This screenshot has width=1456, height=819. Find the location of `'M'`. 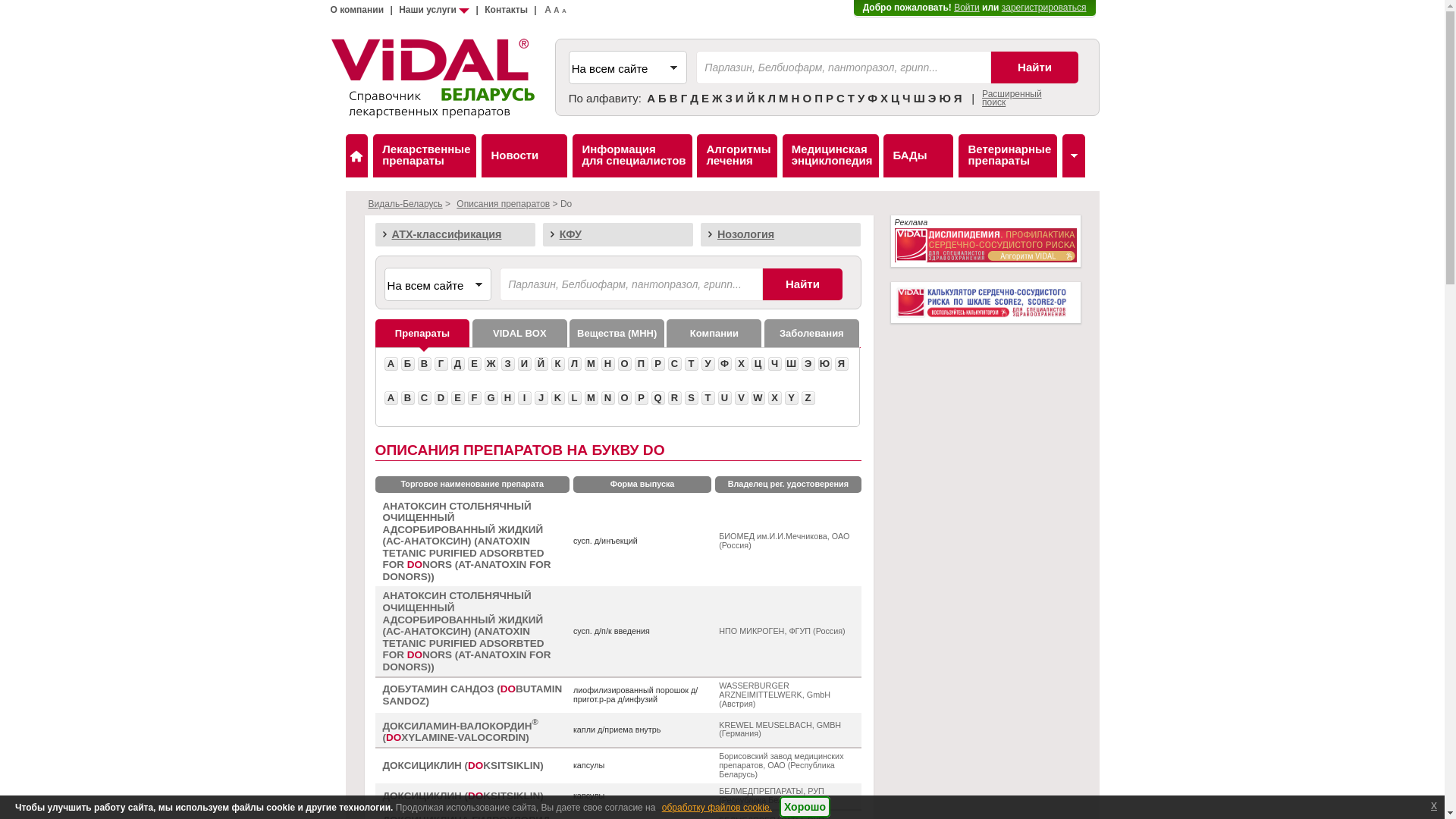

'M' is located at coordinates (589, 397).